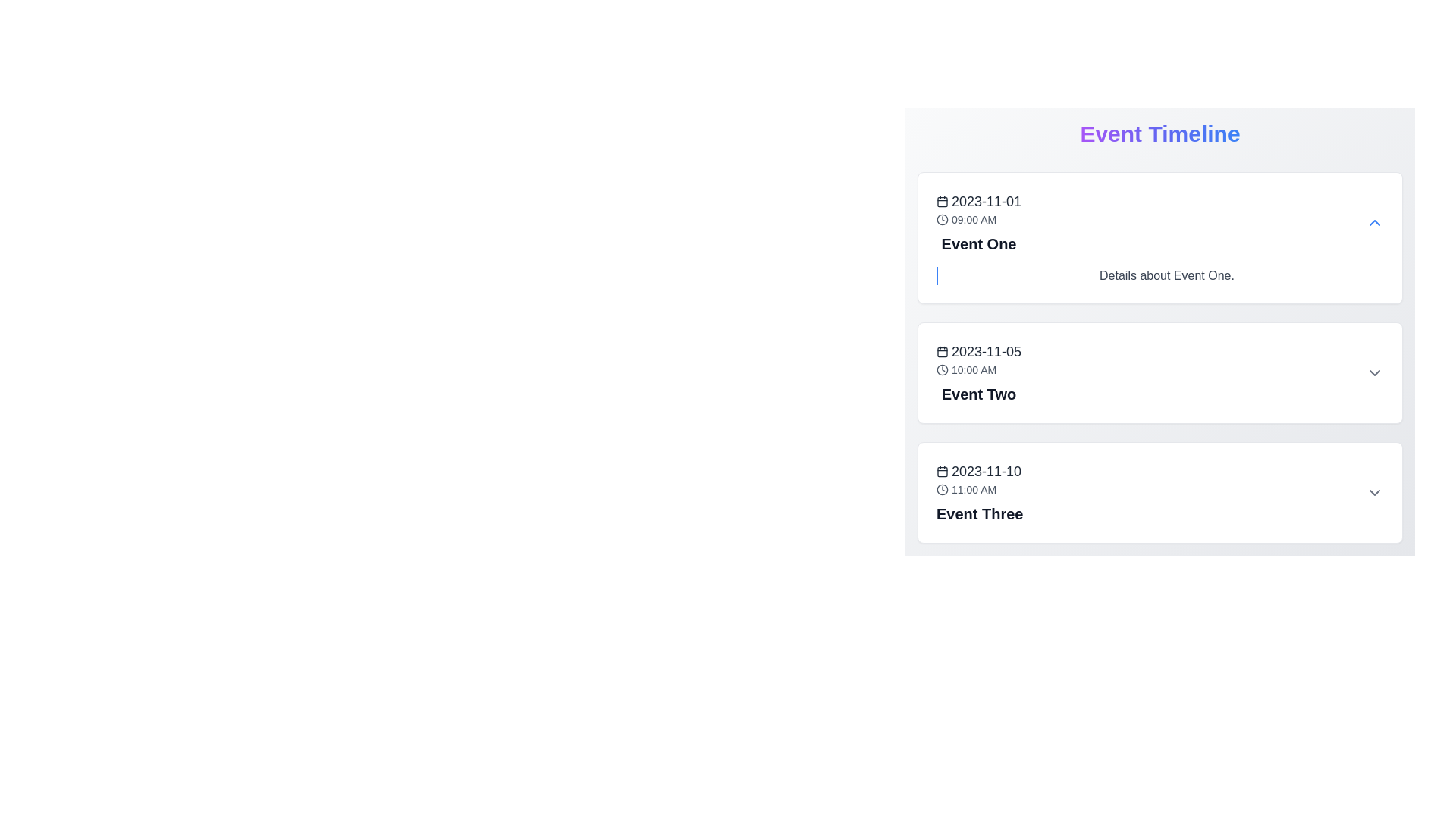  Describe the element at coordinates (1375, 222) in the screenshot. I see `the upward-pointing blue chevron icon located in the upper-right corner of the 'Event One' card in the event timeline view` at that location.